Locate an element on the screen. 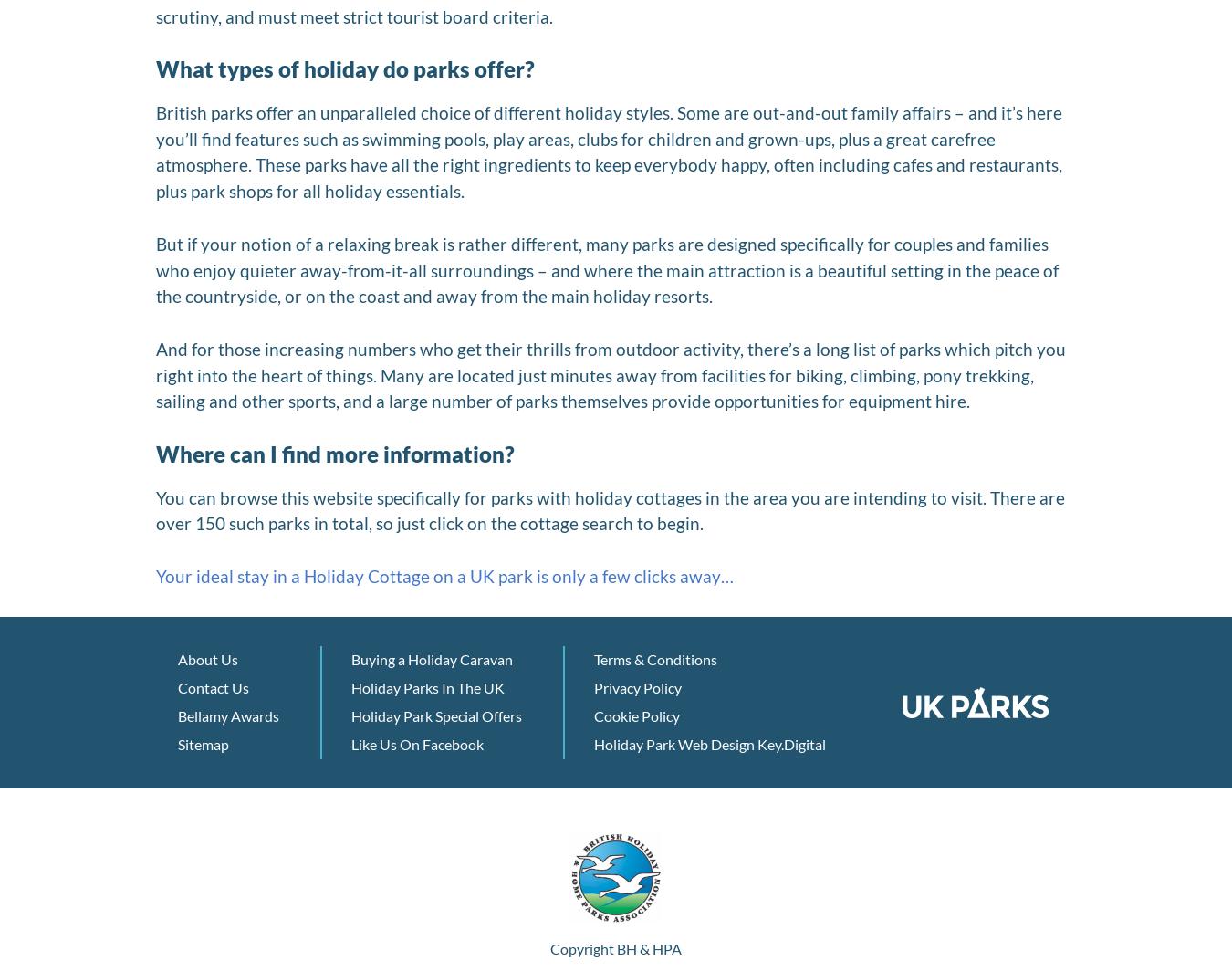 This screenshot has width=1232, height=971. 'Cookie Policy' is located at coordinates (635, 715).